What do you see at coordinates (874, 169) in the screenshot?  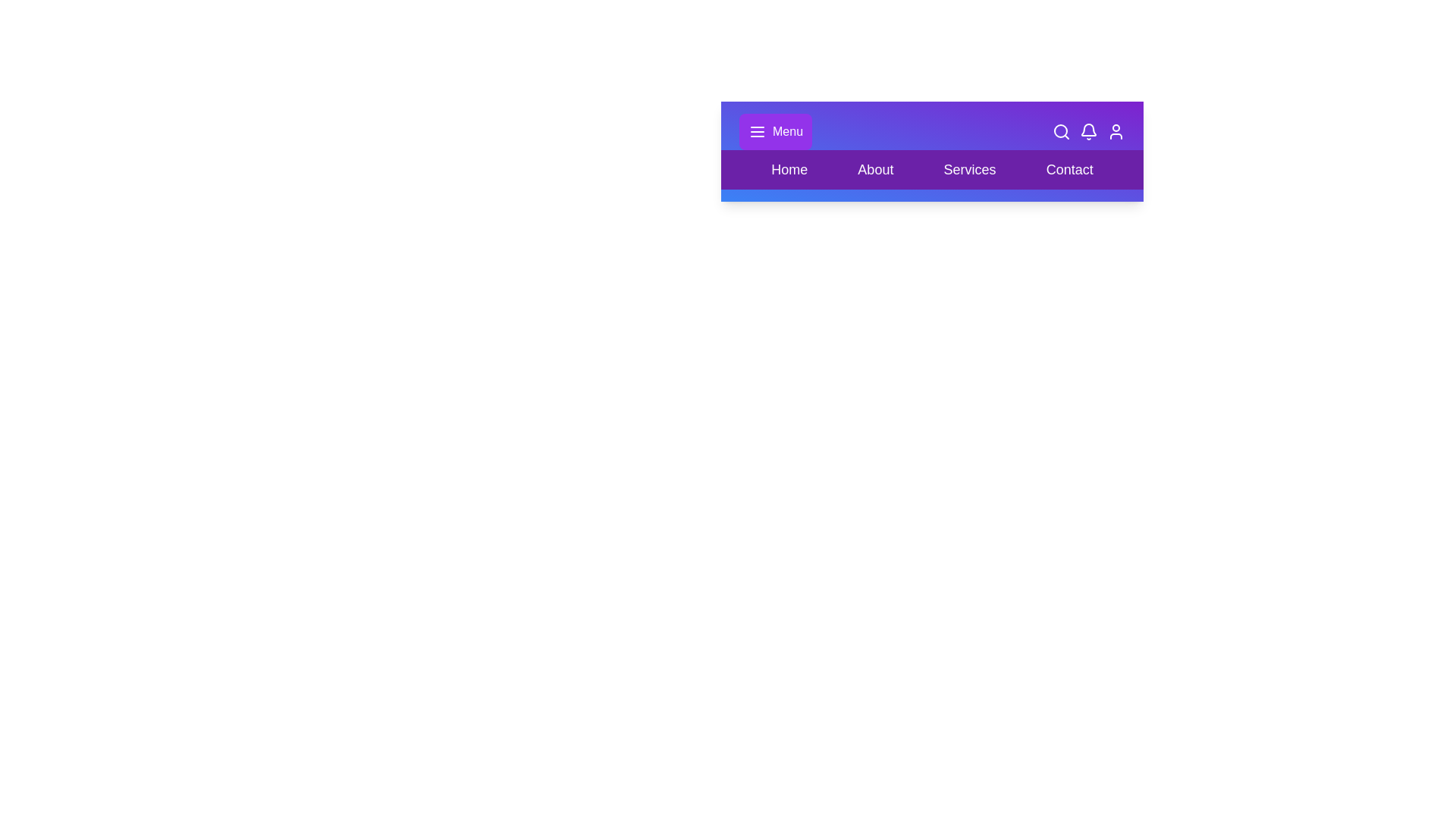 I see `the element About to highlight it` at bounding box center [874, 169].